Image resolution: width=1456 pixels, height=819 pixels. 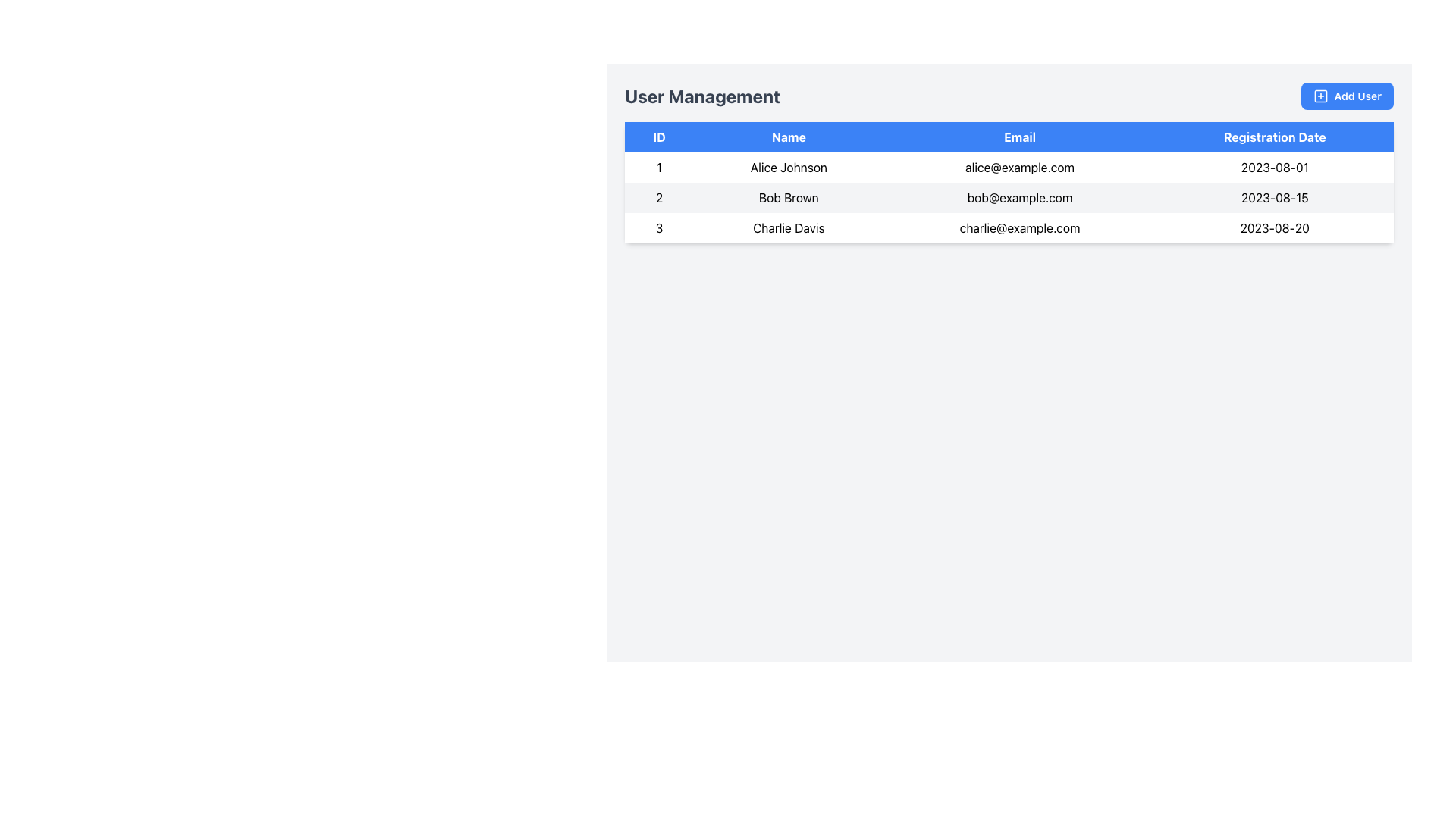 I want to click on the table header row that is colored blue with white text headers, specifically focusing on the 'Email' header, which is the third header from the left, so click(x=1009, y=137).